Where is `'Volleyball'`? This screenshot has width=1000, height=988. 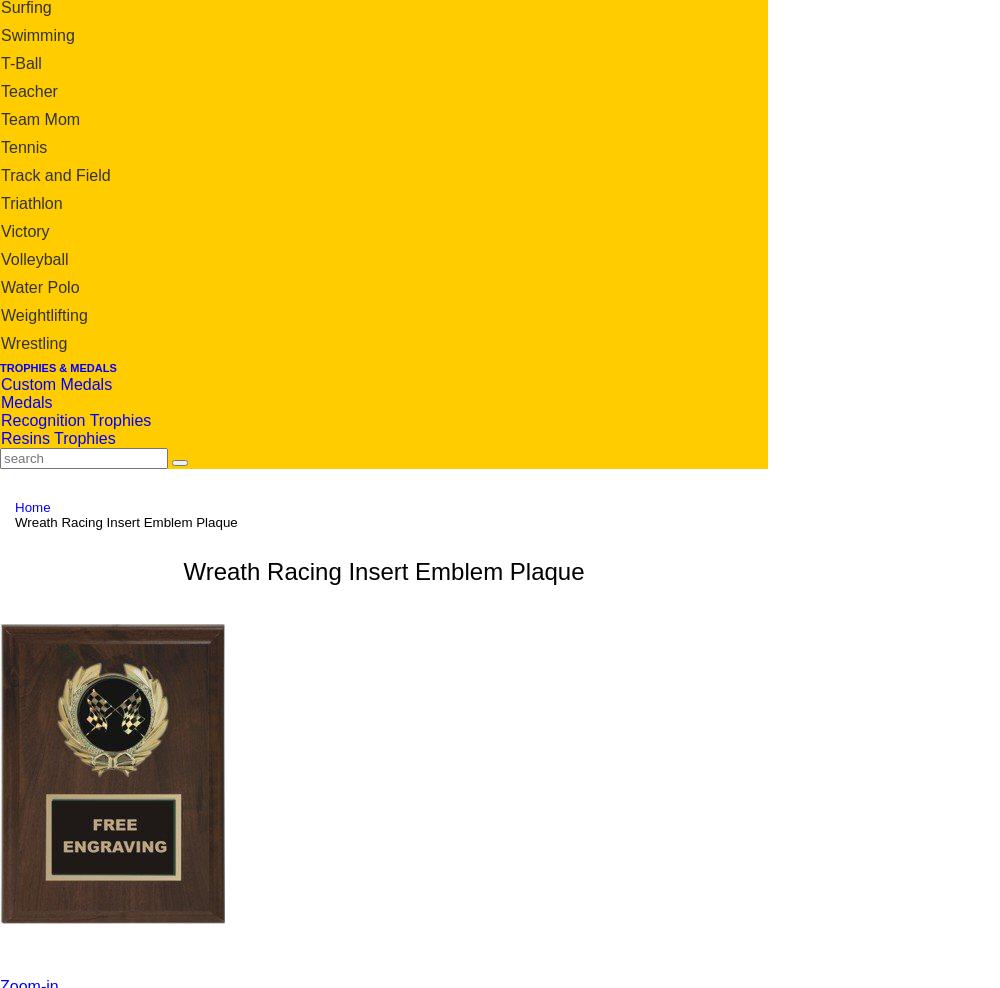 'Volleyball' is located at coordinates (1, 257).